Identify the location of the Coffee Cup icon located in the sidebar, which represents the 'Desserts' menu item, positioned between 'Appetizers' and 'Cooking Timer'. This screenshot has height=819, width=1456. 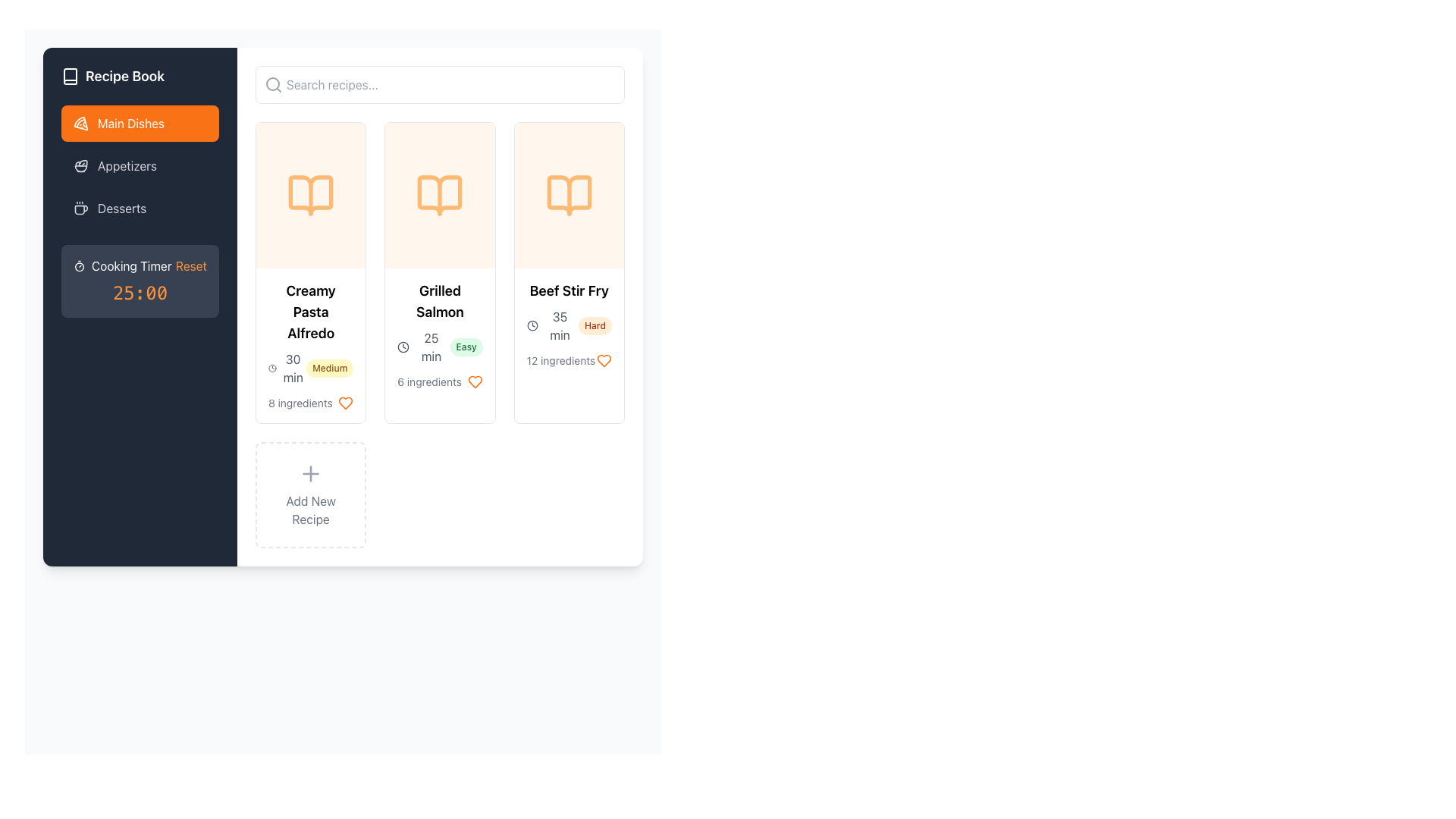
(80, 208).